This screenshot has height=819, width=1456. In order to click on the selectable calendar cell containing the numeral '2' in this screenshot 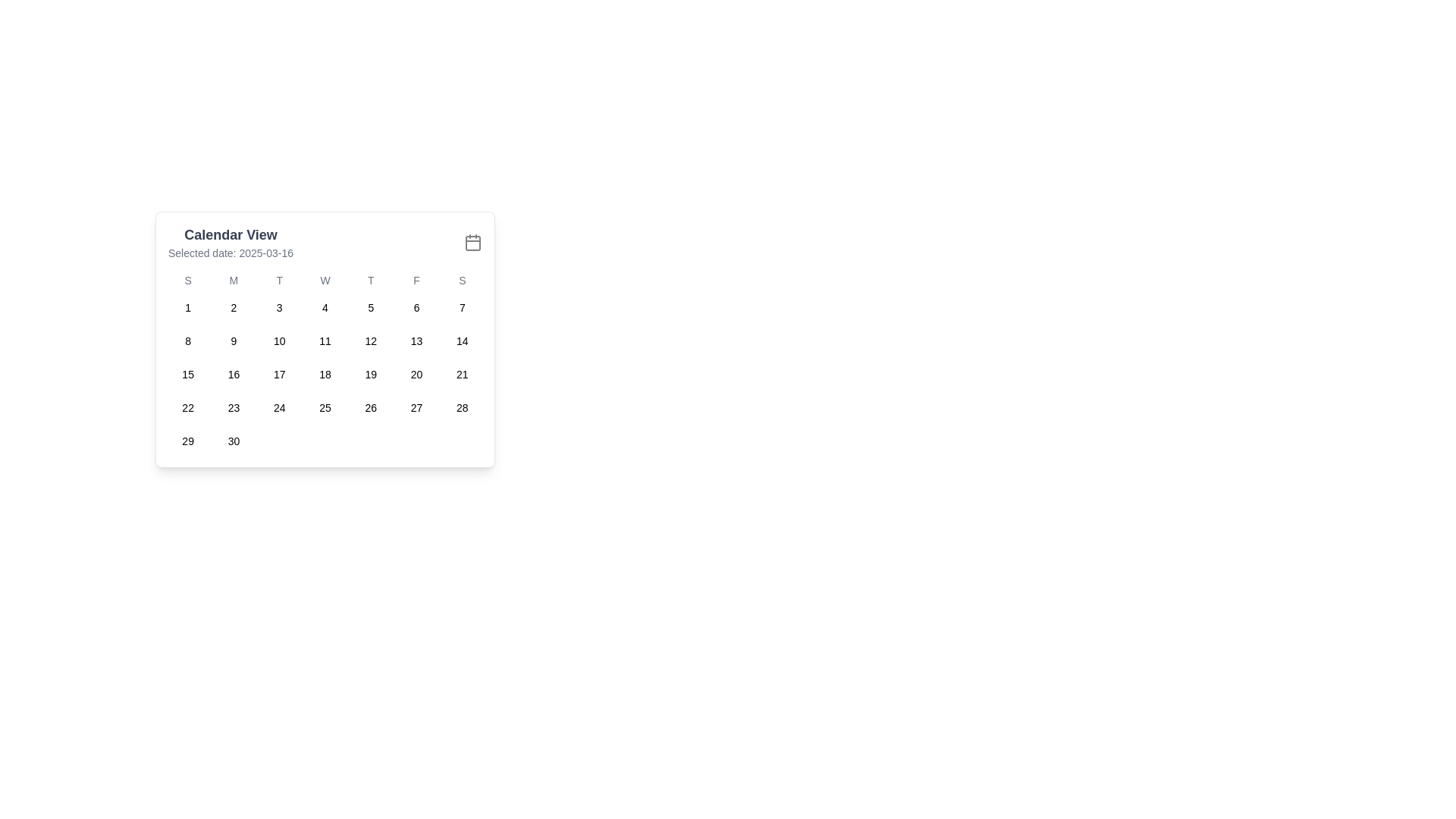, I will do `click(233, 307)`.